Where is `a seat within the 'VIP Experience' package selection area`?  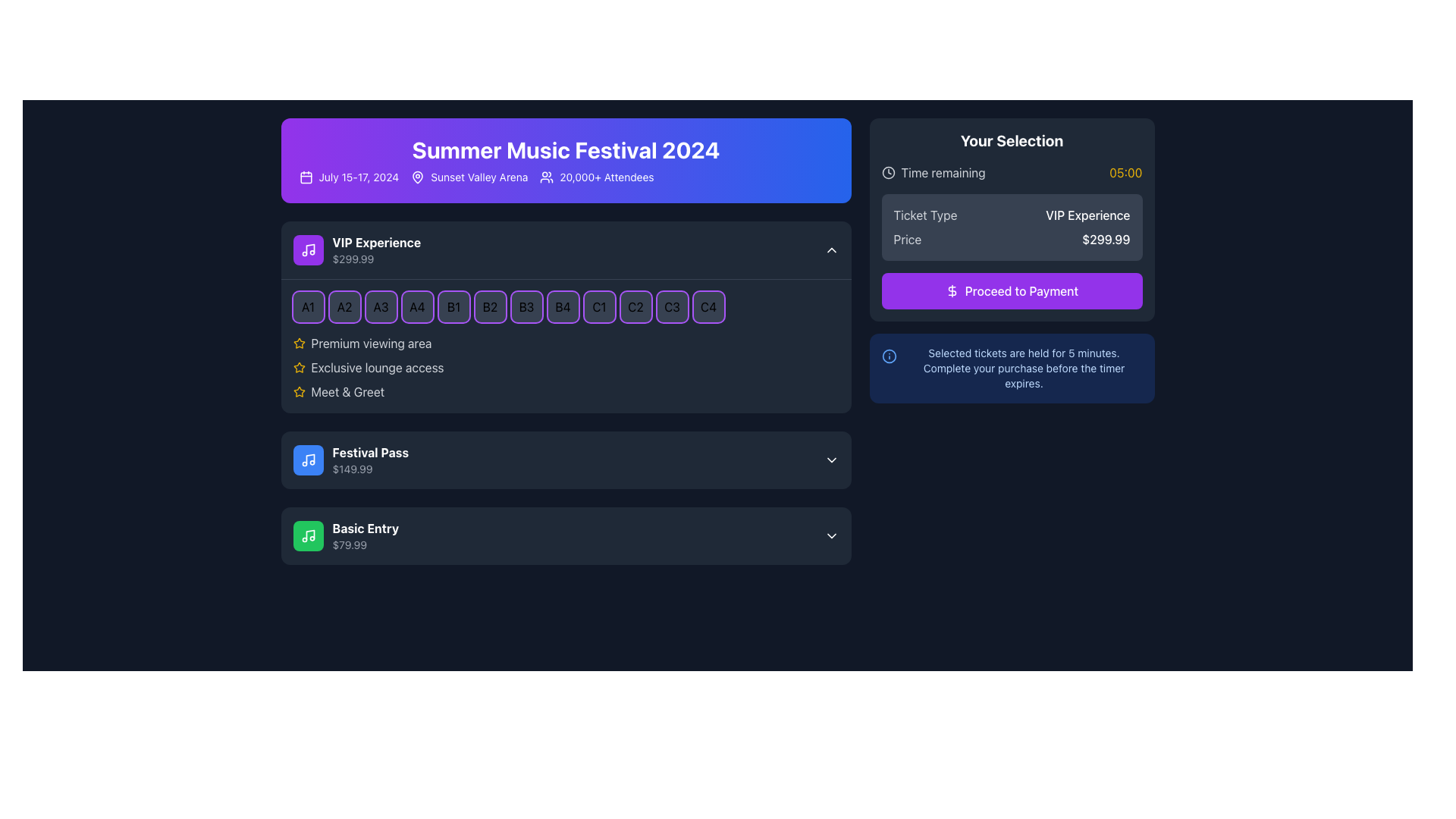
a seat within the 'VIP Experience' package selection area is located at coordinates (565, 316).